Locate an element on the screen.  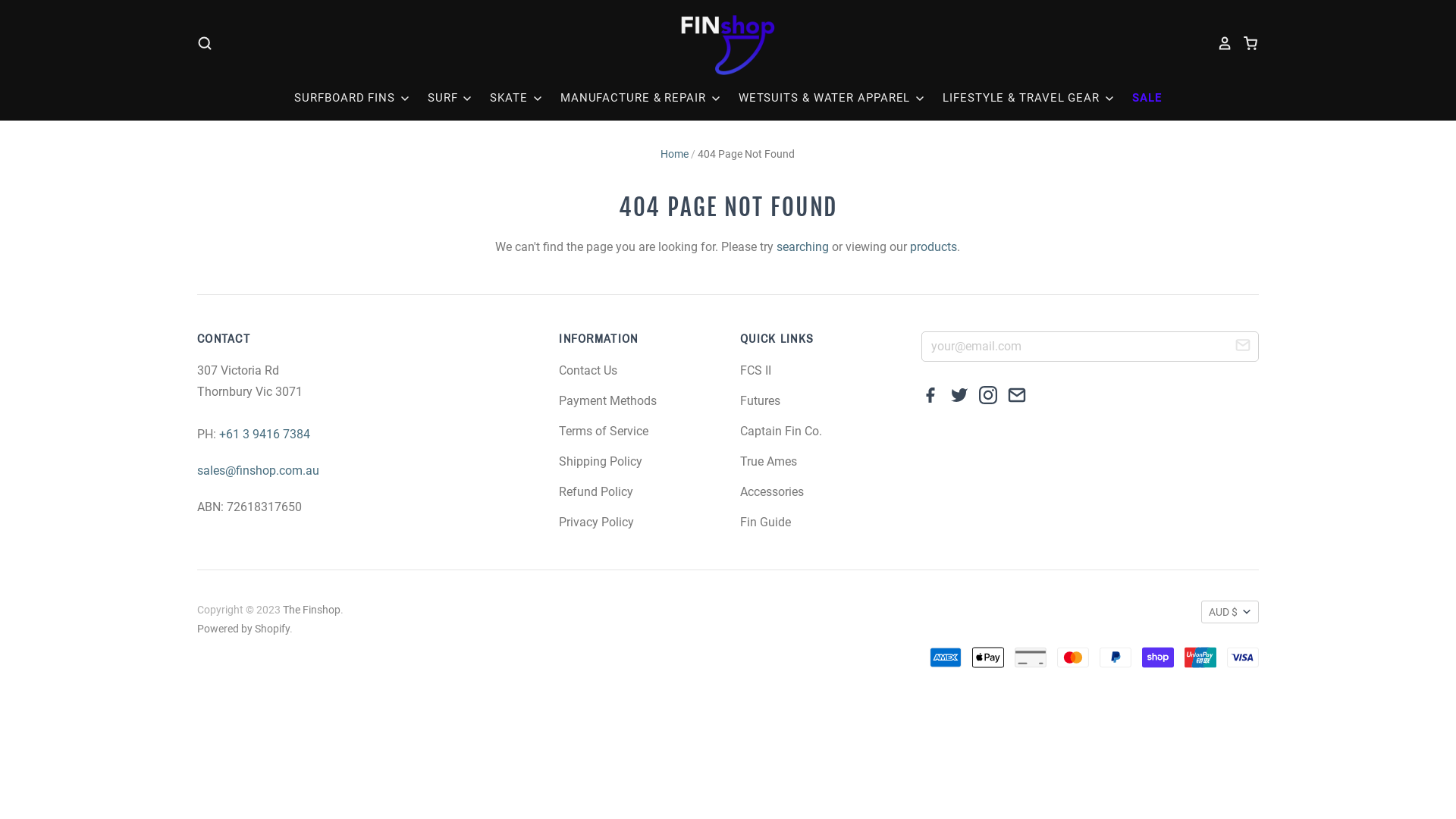
'SALE' is located at coordinates (1139, 97).